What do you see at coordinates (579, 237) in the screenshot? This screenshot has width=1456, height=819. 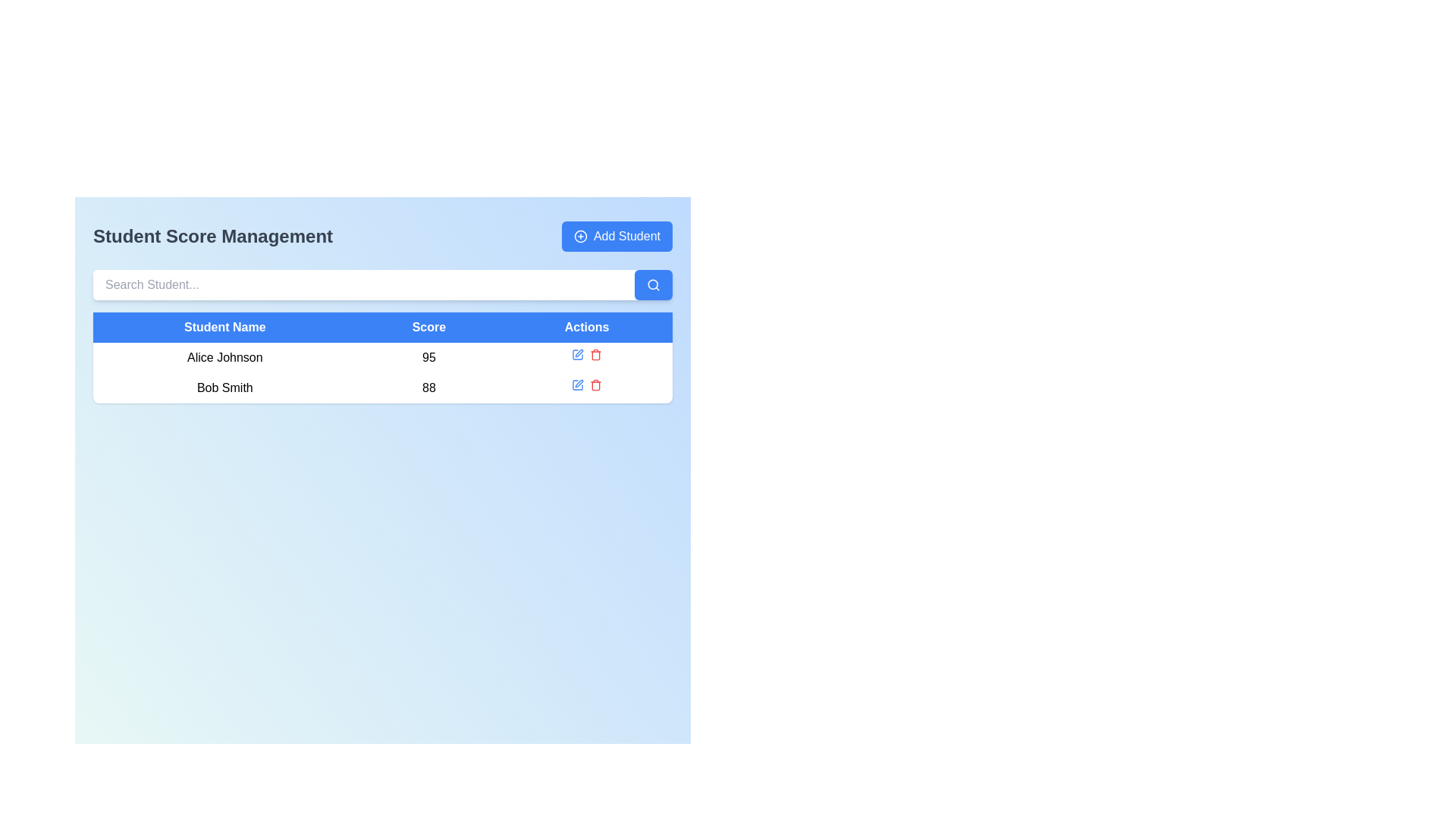 I see `the Graphical SVG Circle that visually represents the 'Add' action as part of the 'Add Student' button located in the top-right corner of the interface` at bounding box center [579, 237].